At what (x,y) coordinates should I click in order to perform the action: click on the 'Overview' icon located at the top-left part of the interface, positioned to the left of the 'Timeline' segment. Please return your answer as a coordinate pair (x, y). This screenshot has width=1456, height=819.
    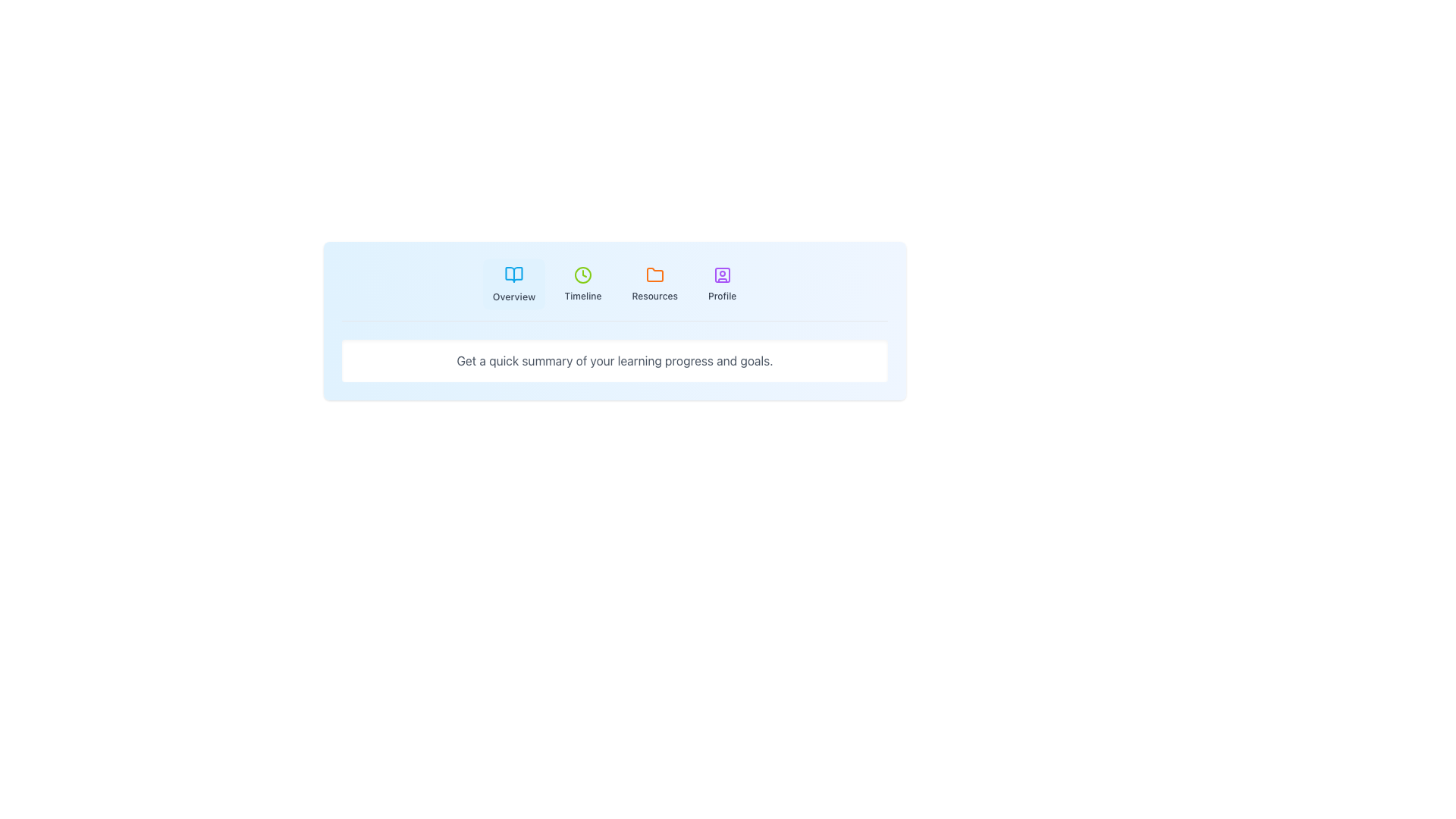
    Looking at the image, I should click on (513, 275).